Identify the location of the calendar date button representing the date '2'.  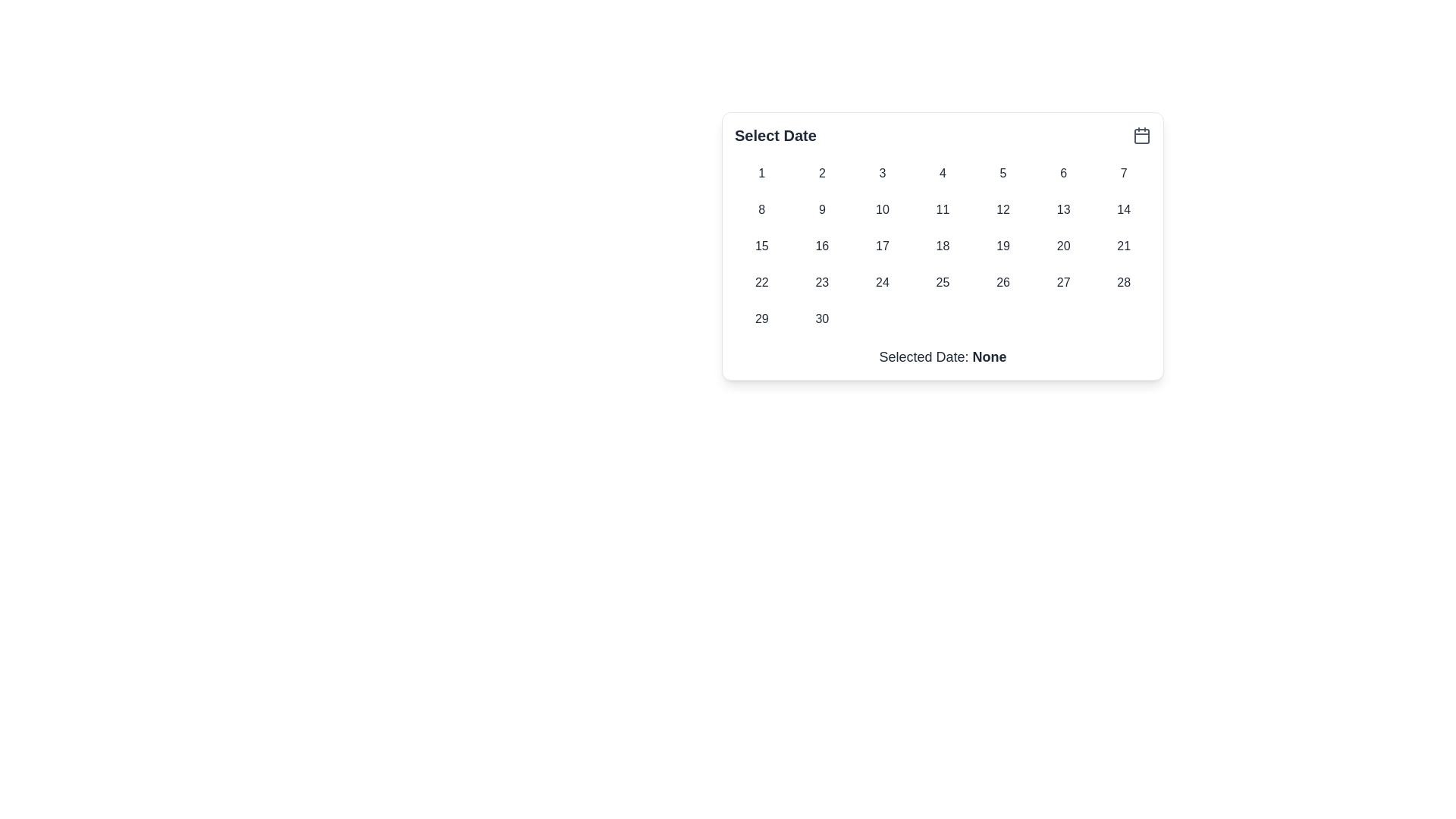
(821, 172).